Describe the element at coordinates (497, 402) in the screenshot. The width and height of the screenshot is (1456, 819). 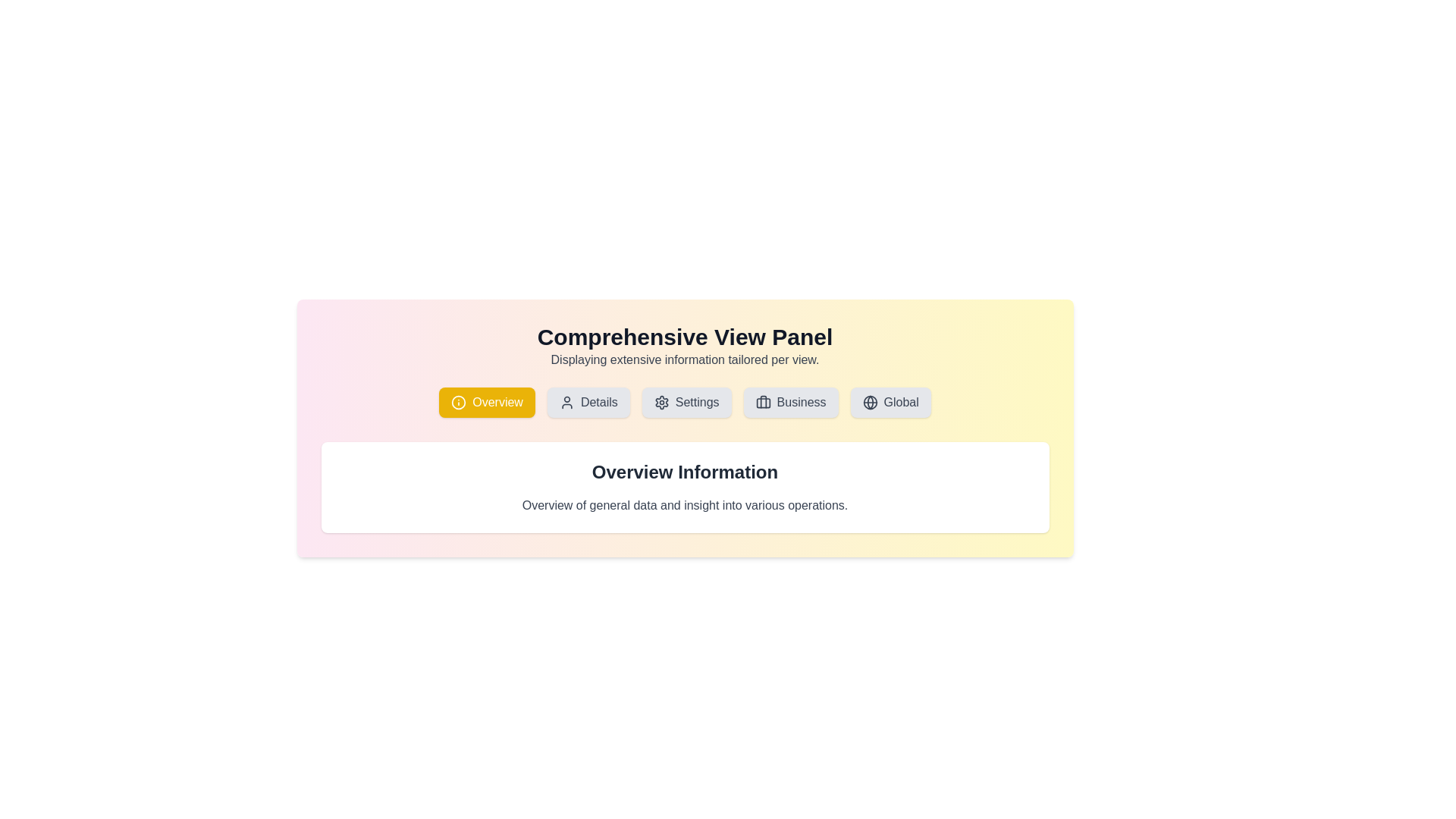
I see `the 'Overview' button, which features white text on a yellow background, located in the top-left section of the central content area` at that location.